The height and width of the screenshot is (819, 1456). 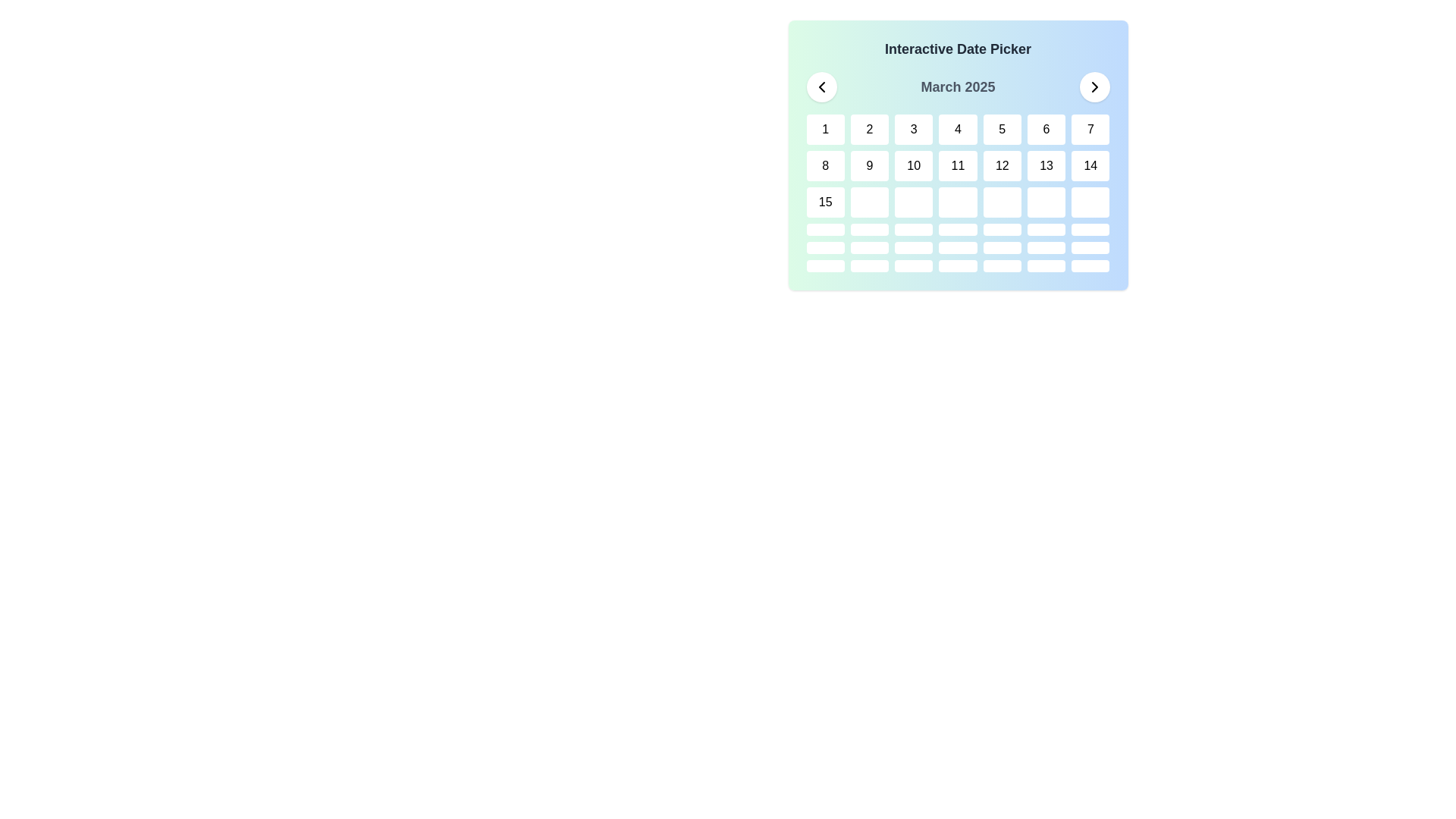 I want to click on the clickable selectable cell located in the fifth column of the fourth row of the interactive calendar grid, so click(x=1002, y=230).